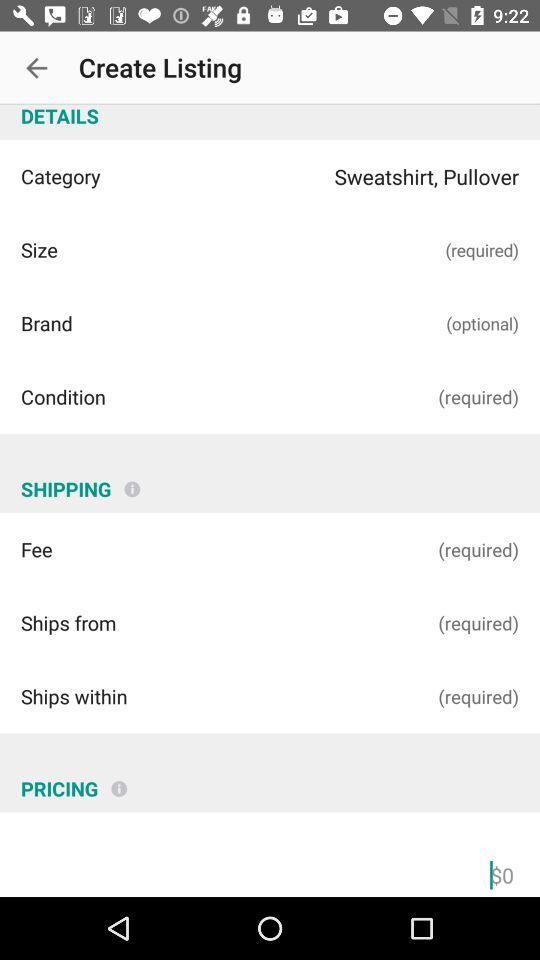 The width and height of the screenshot is (540, 960). Describe the element at coordinates (119, 781) in the screenshot. I see `the item next to pricing icon` at that location.